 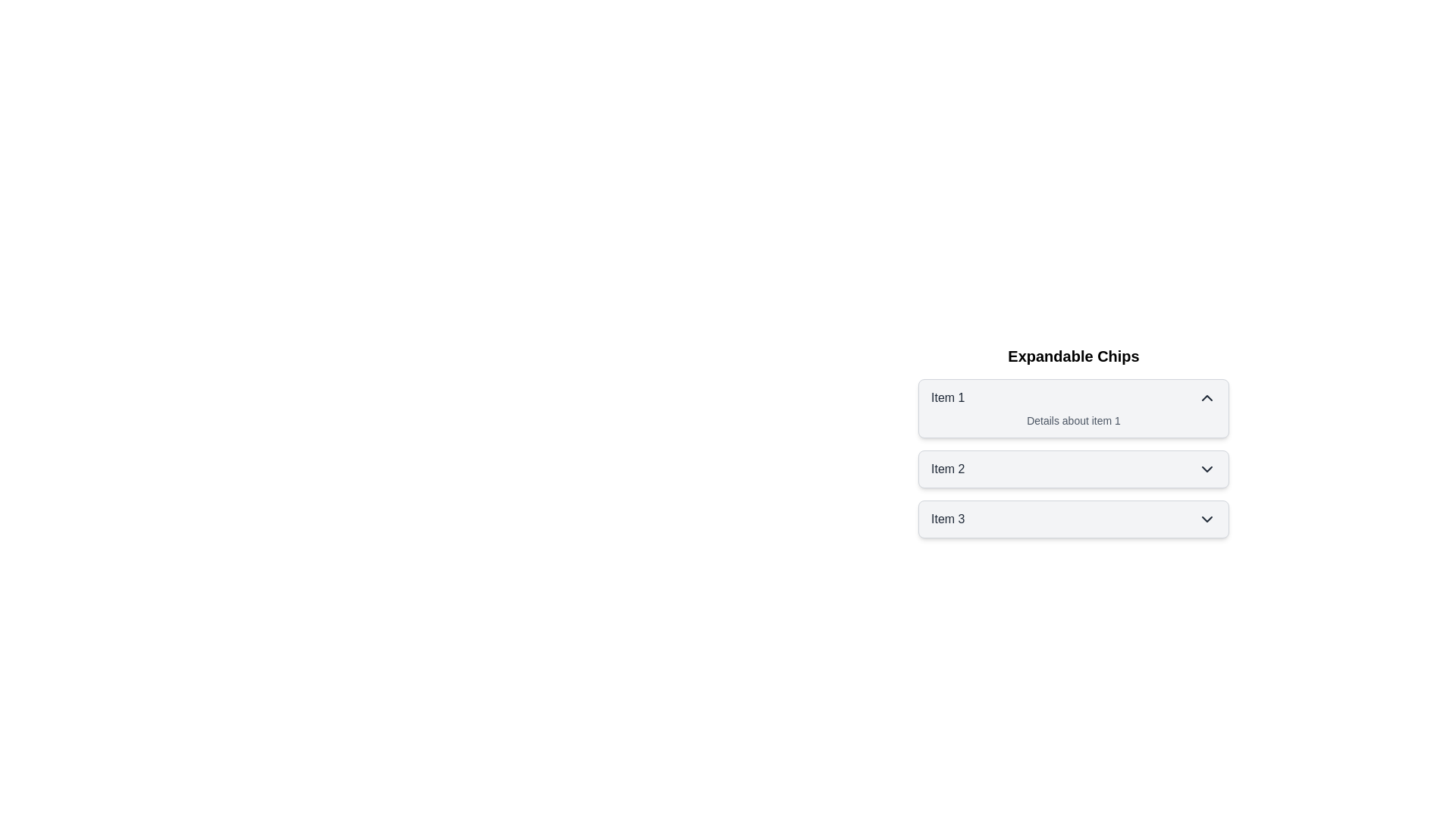 What do you see at coordinates (946, 468) in the screenshot?
I see `the label of chip Item 2 to toggle its state` at bounding box center [946, 468].